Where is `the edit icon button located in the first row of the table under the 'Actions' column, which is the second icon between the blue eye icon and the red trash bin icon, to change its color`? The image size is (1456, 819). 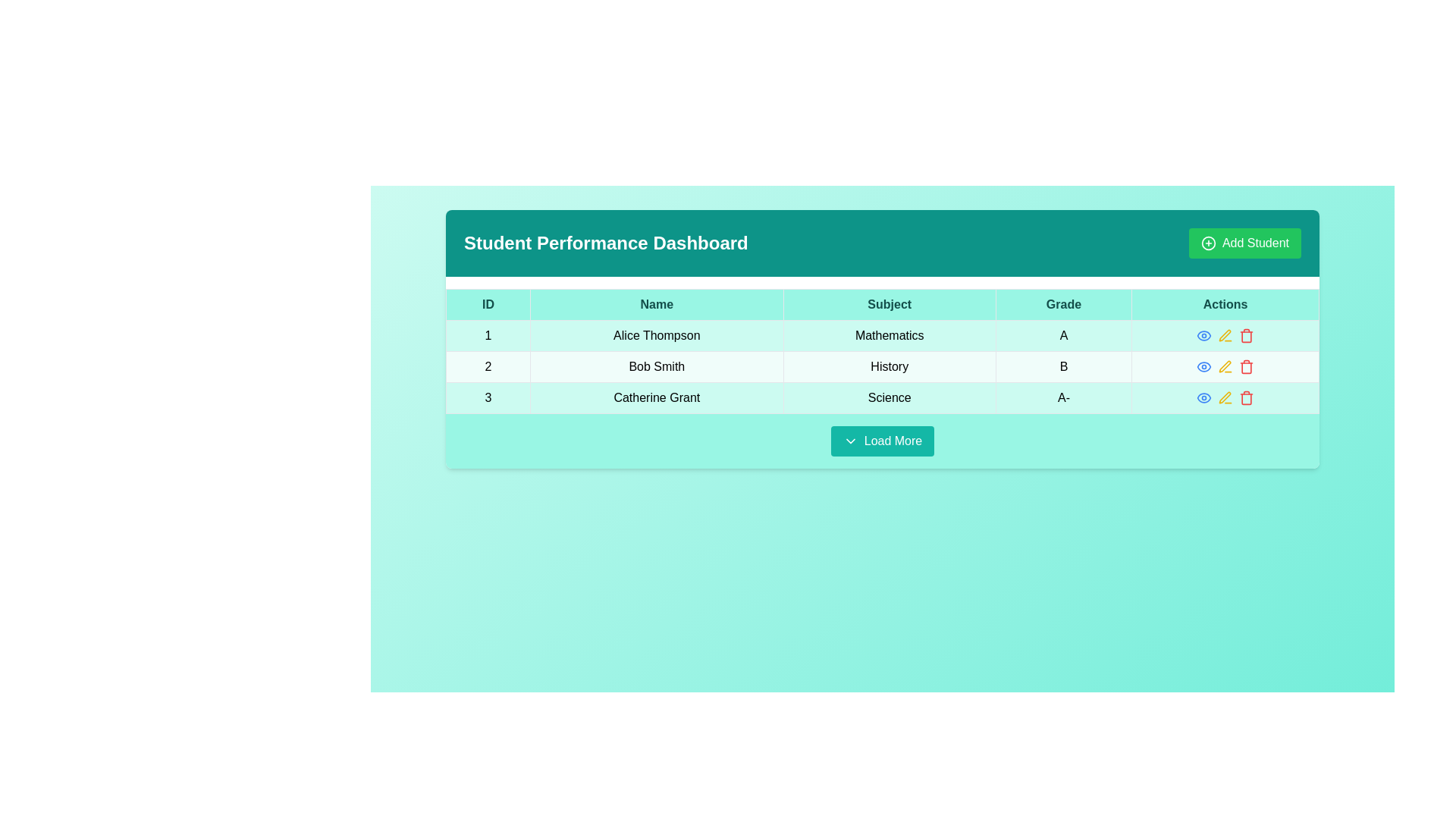
the edit icon button located in the first row of the table under the 'Actions' column, which is the second icon between the blue eye icon and the red trash bin icon, to change its color is located at coordinates (1225, 335).